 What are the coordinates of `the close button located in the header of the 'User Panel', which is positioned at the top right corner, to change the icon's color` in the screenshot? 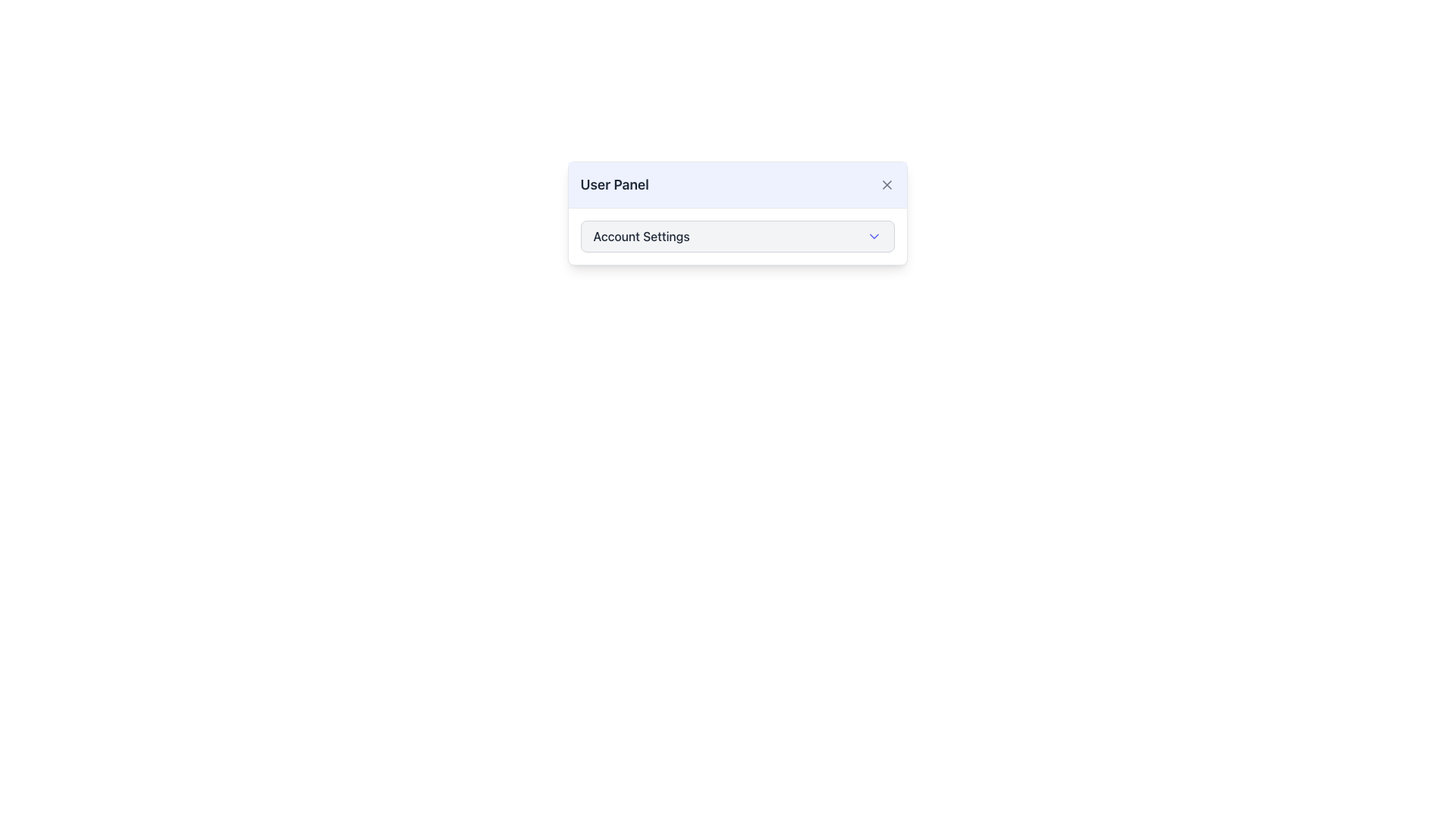 It's located at (886, 184).